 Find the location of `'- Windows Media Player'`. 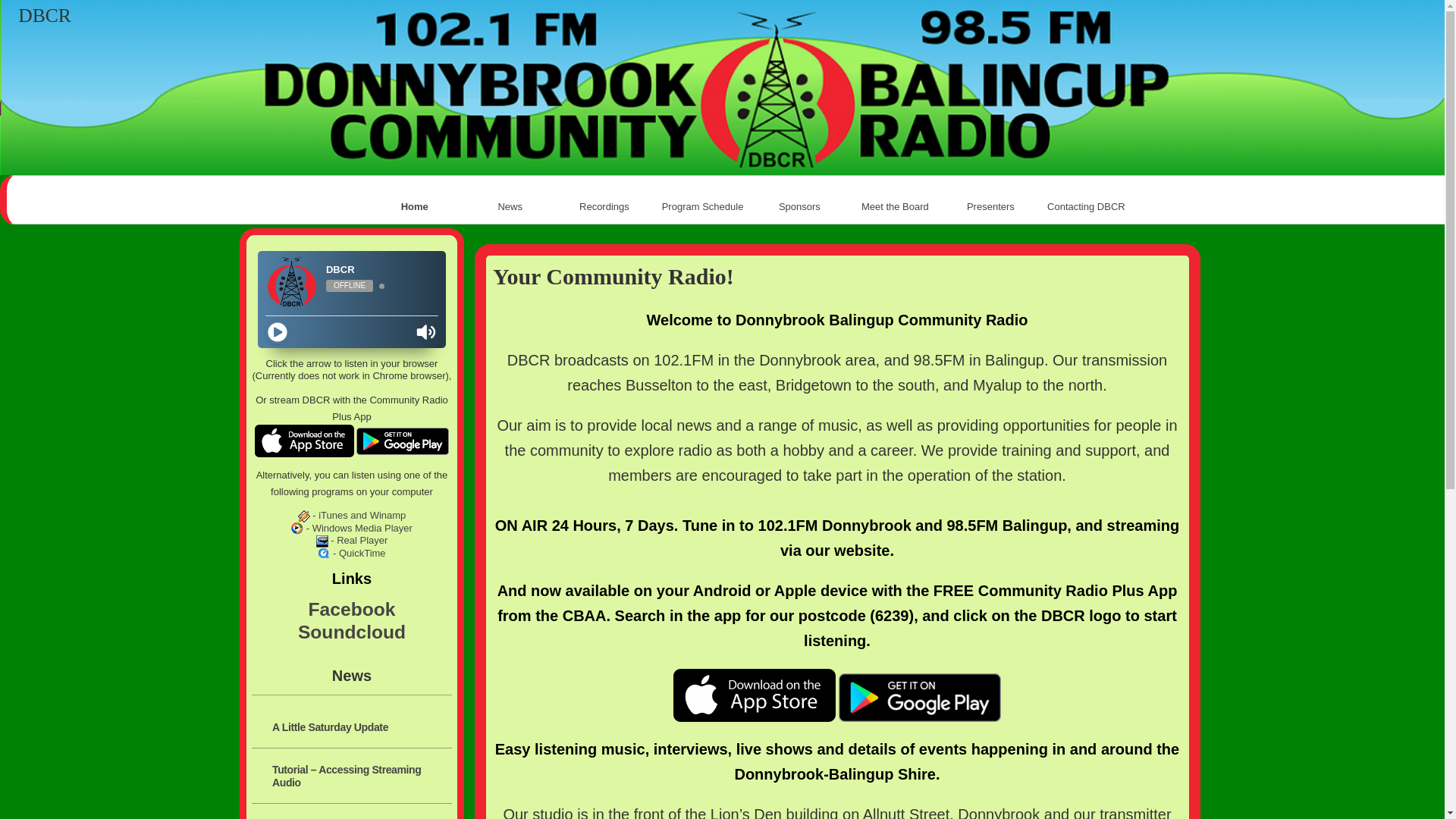

'- Windows Media Player' is located at coordinates (291, 527).